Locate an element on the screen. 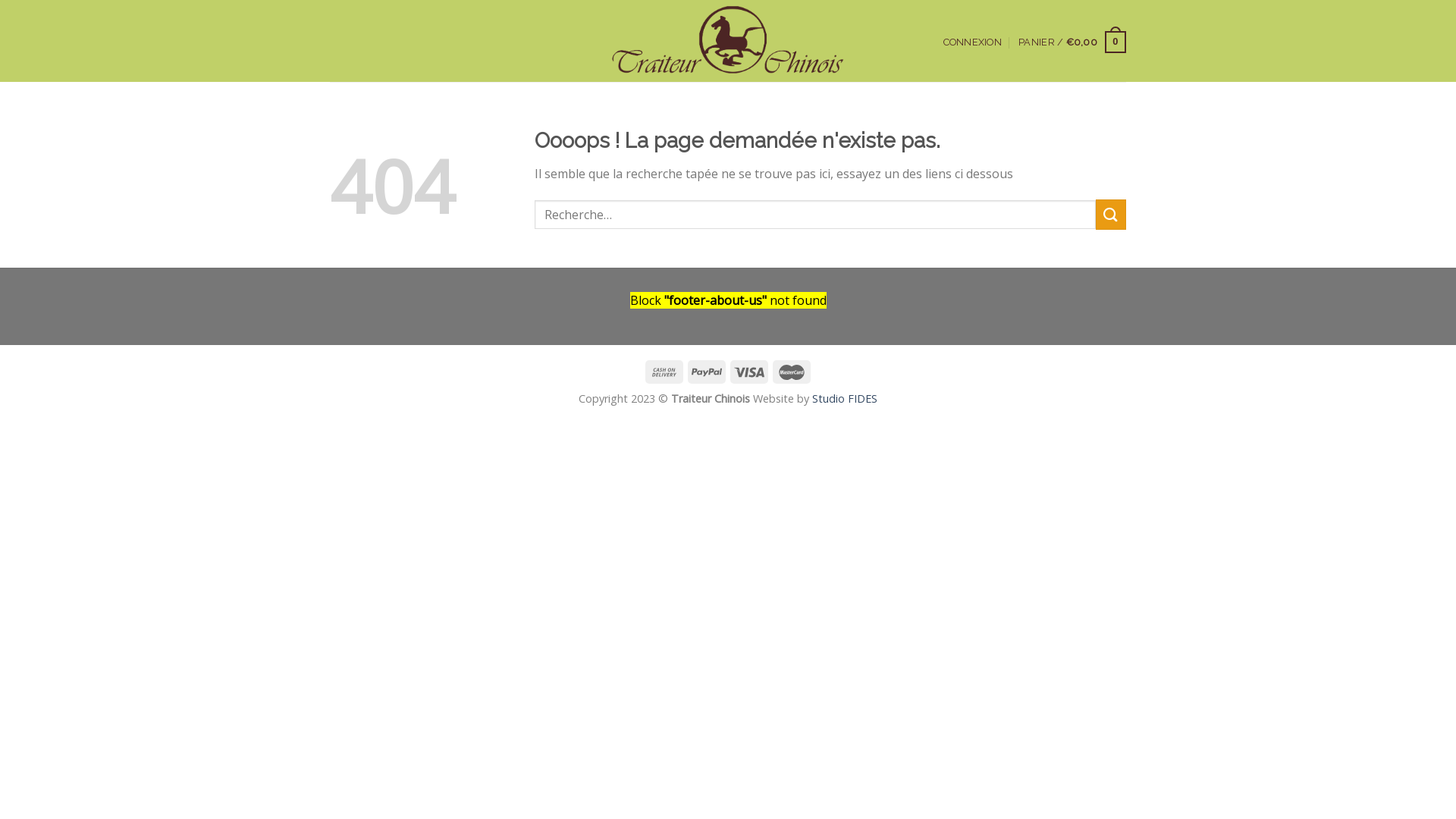 The height and width of the screenshot is (819, 1456). 'Traiteur Chinois Brussel - Fine Chinese takeaway in Brussels' is located at coordinates (728, 40).